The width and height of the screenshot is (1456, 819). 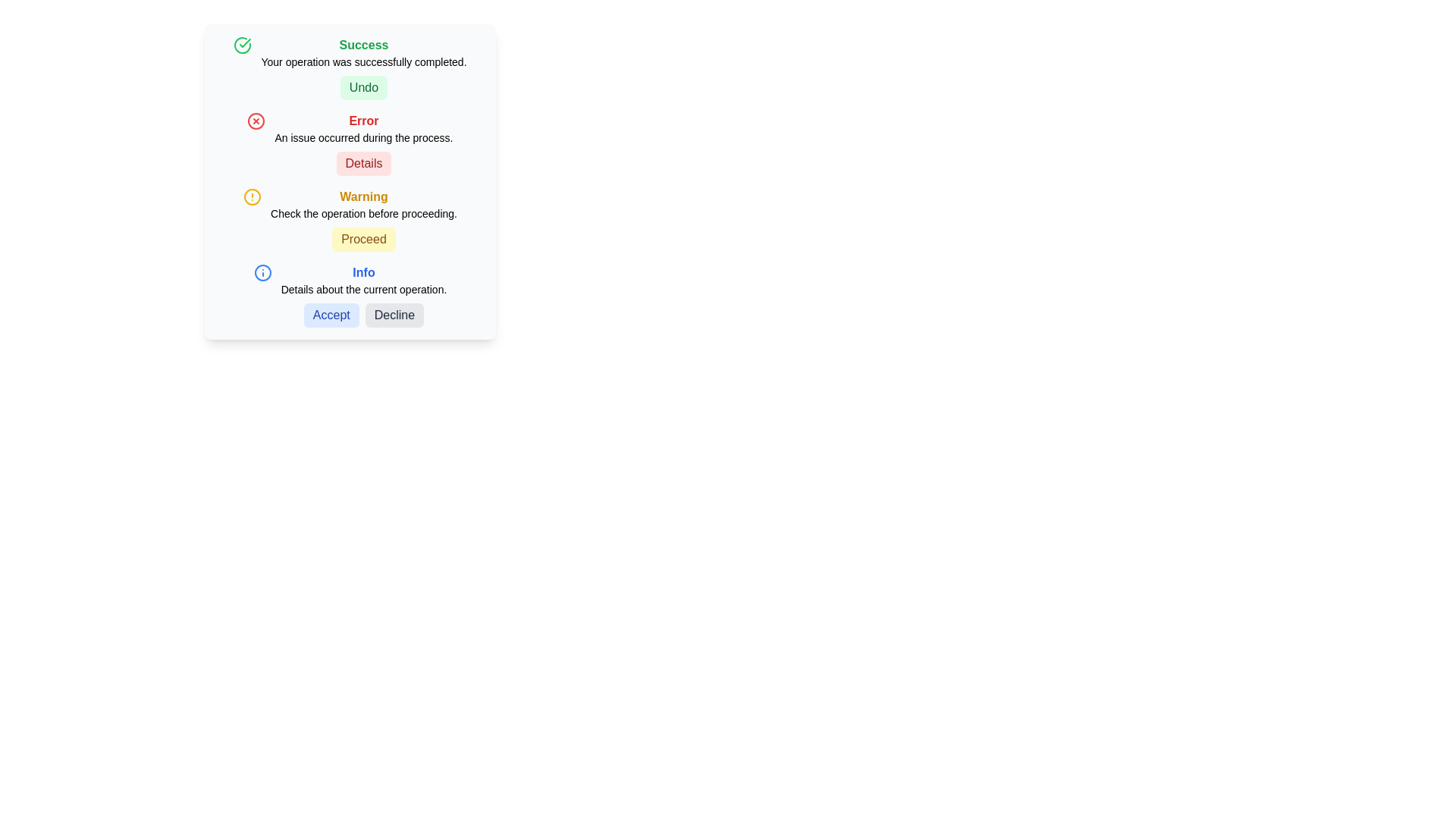 I want to click on the static text element that provides additional context associated with the 'Warning' label, located directly under the 'Warning' label and before the 'Proceed' text elements, so click(x=364, y=213).